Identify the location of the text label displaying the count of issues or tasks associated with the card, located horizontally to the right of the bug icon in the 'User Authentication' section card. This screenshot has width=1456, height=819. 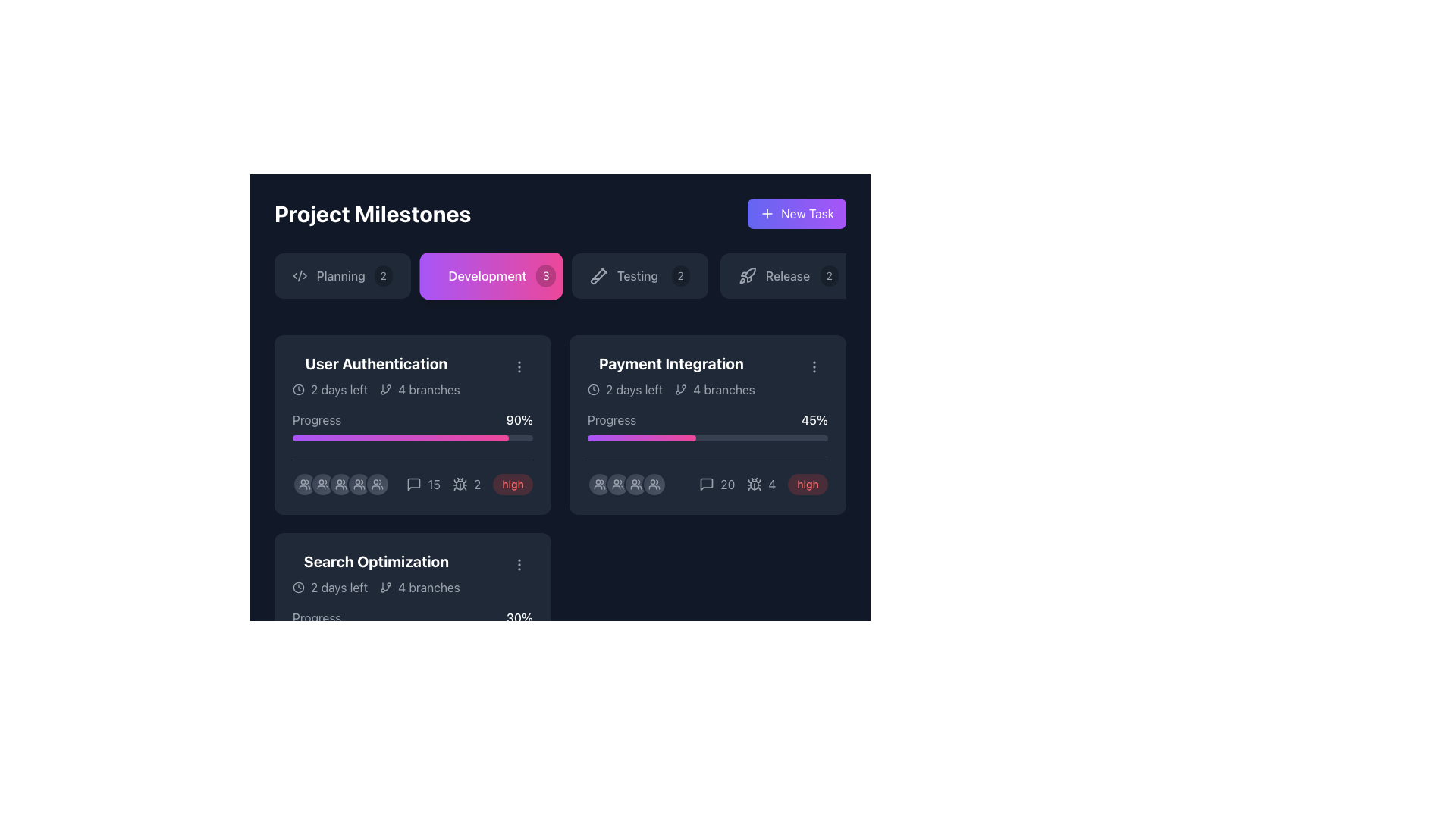
(466, 485).